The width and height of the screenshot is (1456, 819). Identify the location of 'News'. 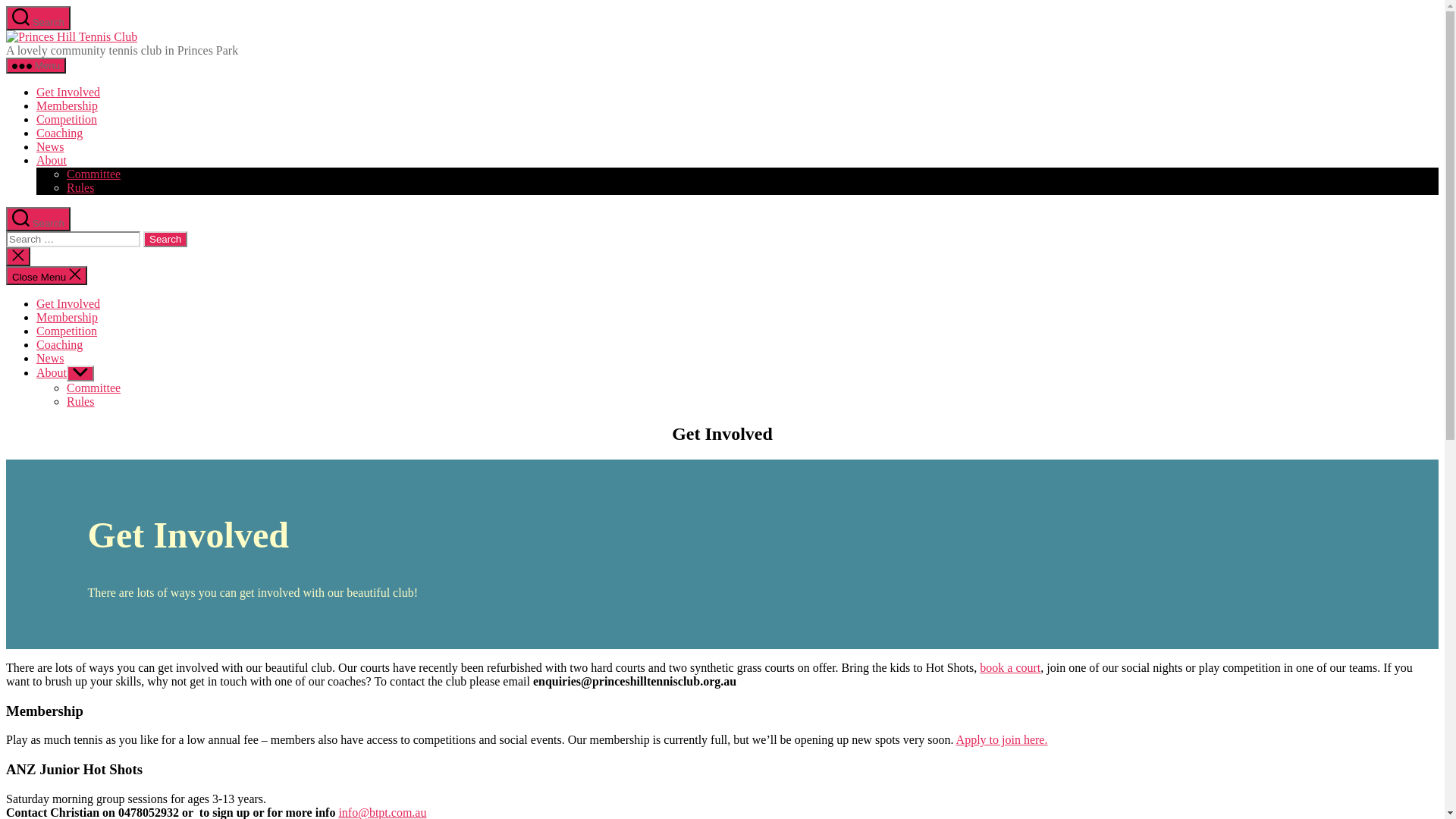
(50, 358).